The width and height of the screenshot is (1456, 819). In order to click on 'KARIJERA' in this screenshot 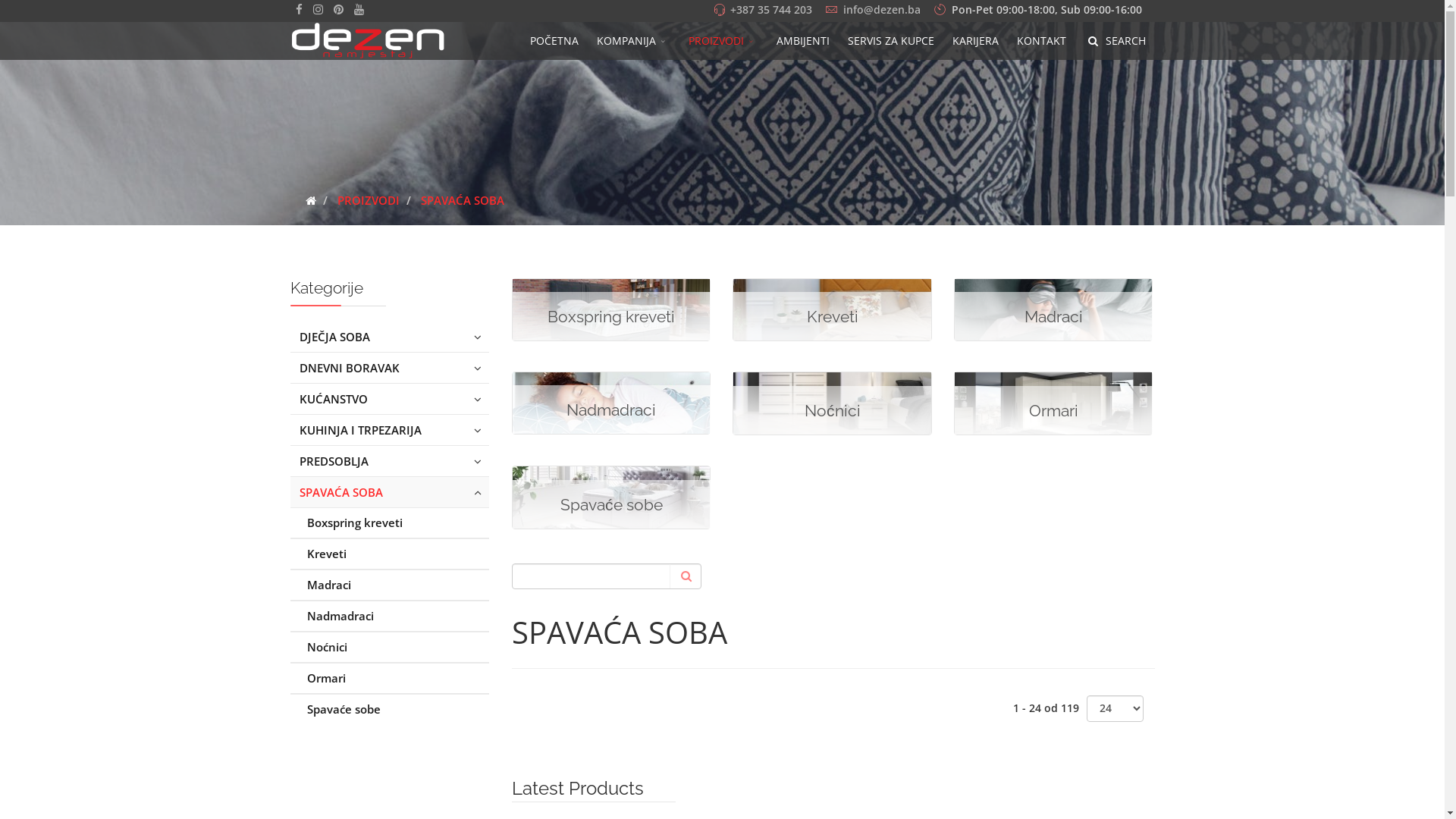, I will do `click(975, 40)`.